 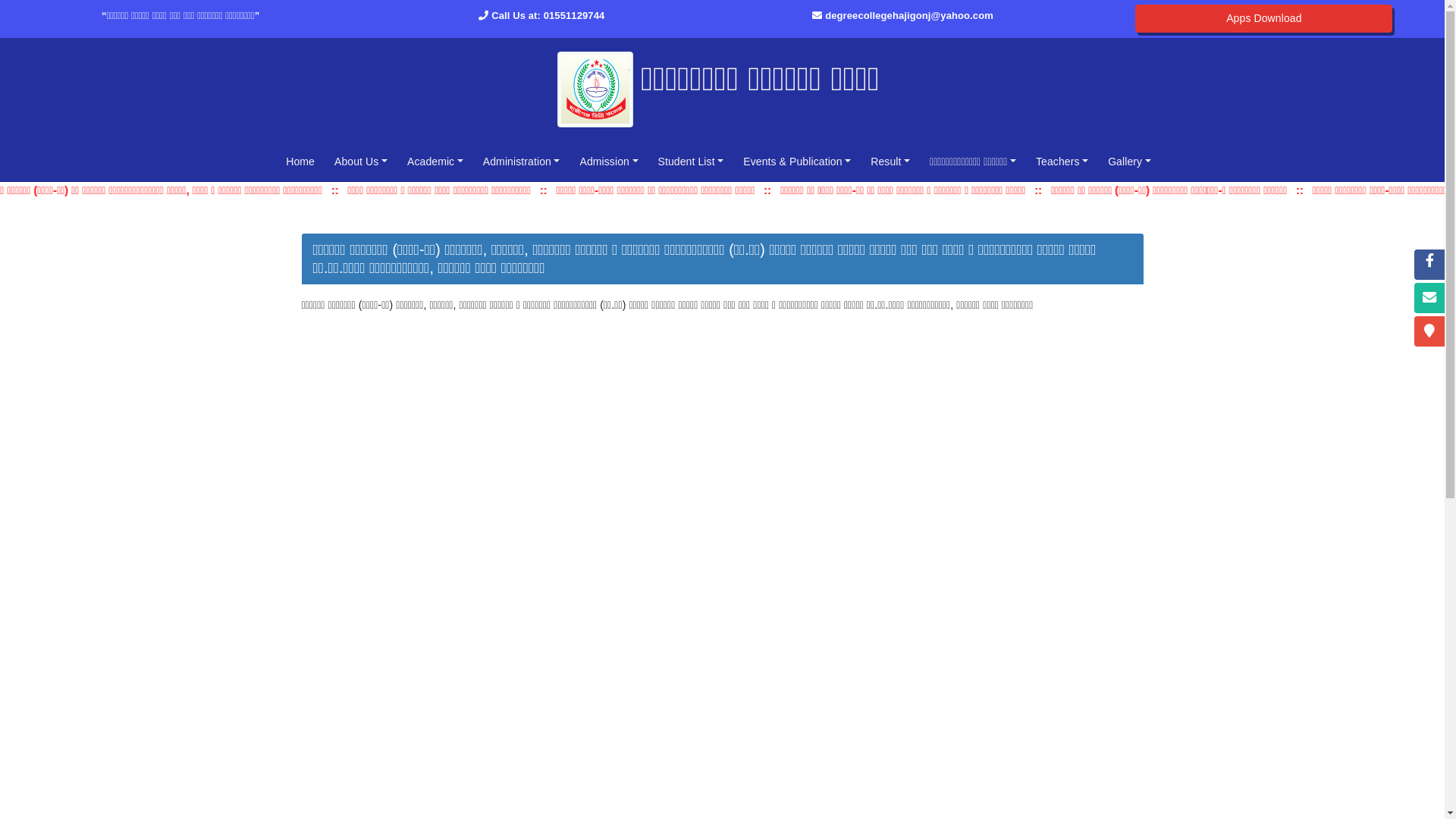 I want to click on 'Academic', so click(x=435, y=161).